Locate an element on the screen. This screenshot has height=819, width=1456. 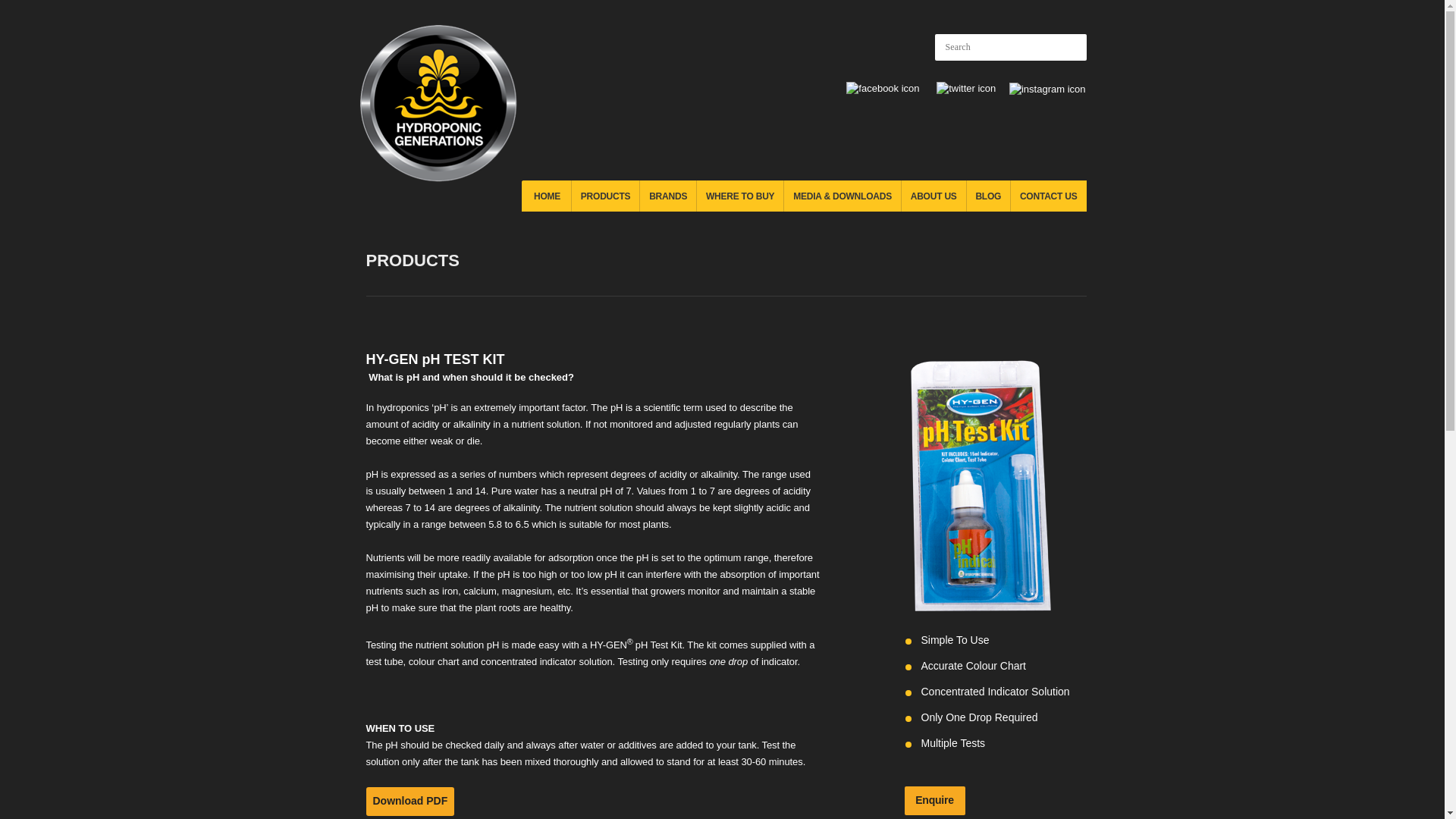
'Download PDF' is located at coordinates (409, 800).